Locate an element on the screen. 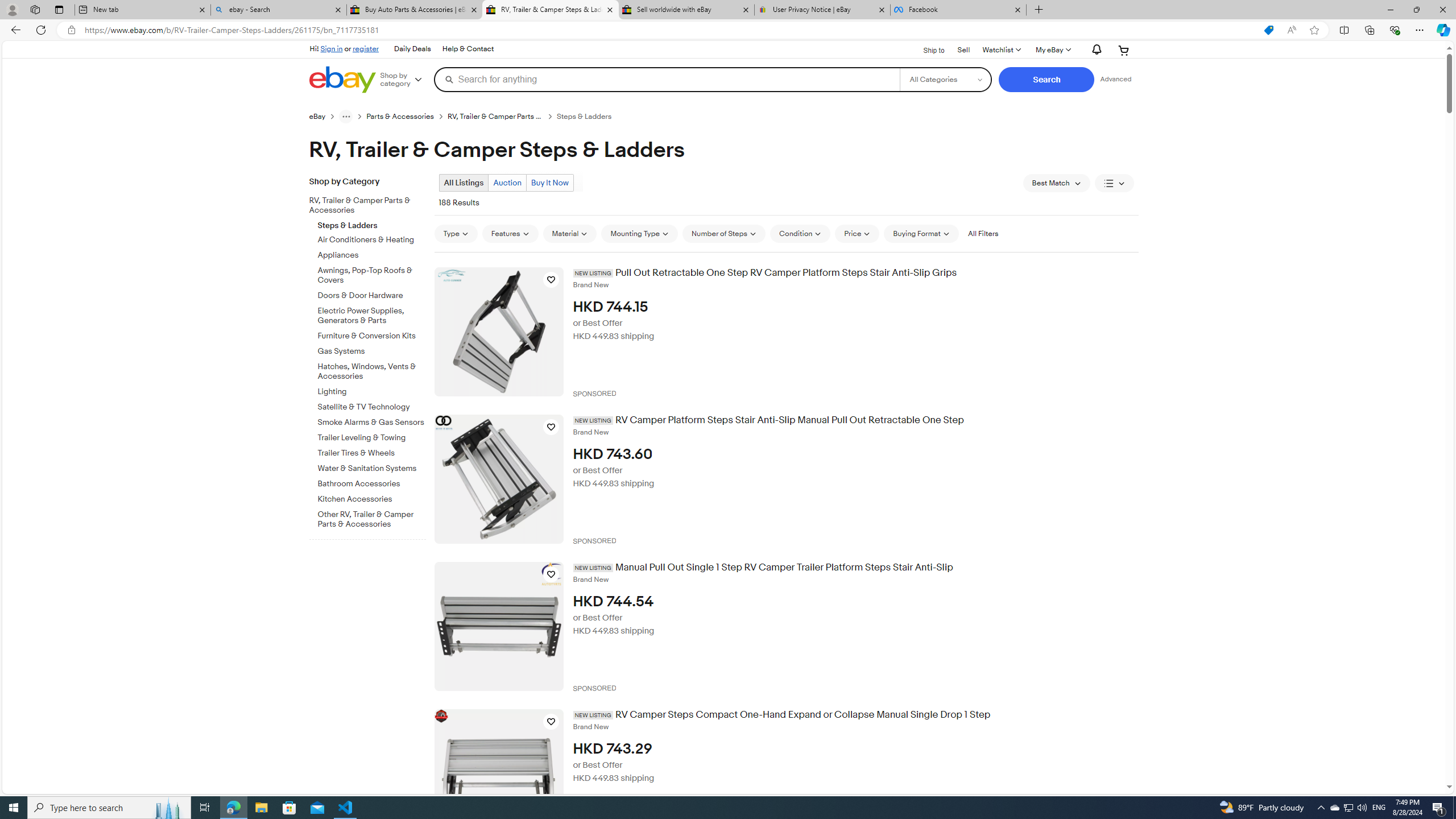 The height and width of the screenshot is (819, 1456). 'Bathroom Accessories' is located at coordinates (371, 481).